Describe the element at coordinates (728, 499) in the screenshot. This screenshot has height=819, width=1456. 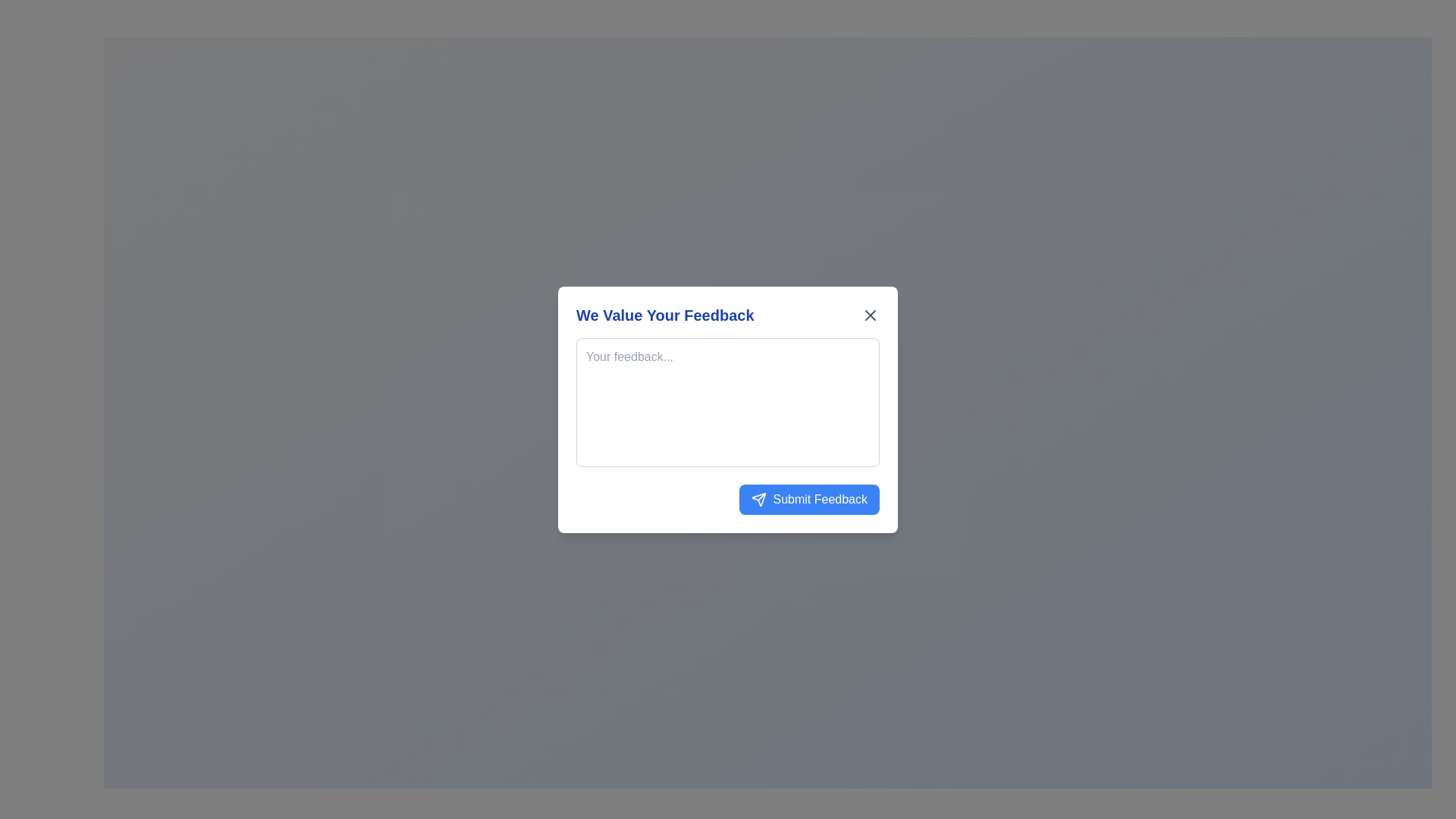
I see `the blue rectangular button labeled 'Submit Feedback' located in the bottom right corner of the 'We Value Your Feedback' form modal for keyboard interaction` at that location.